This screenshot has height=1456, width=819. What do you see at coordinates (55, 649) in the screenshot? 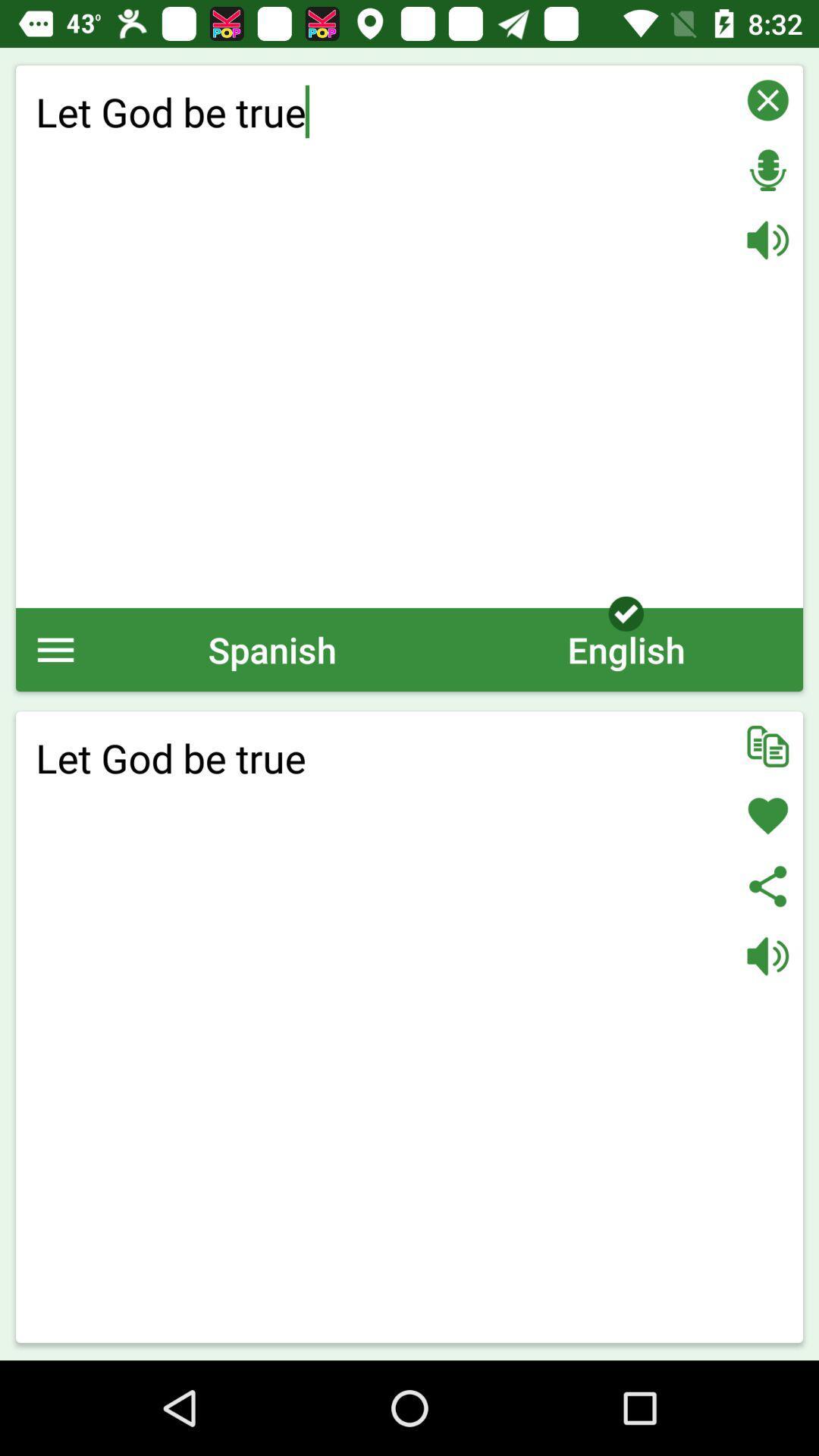
I see `the icon next to spanish` at bounding box center [55, 649].